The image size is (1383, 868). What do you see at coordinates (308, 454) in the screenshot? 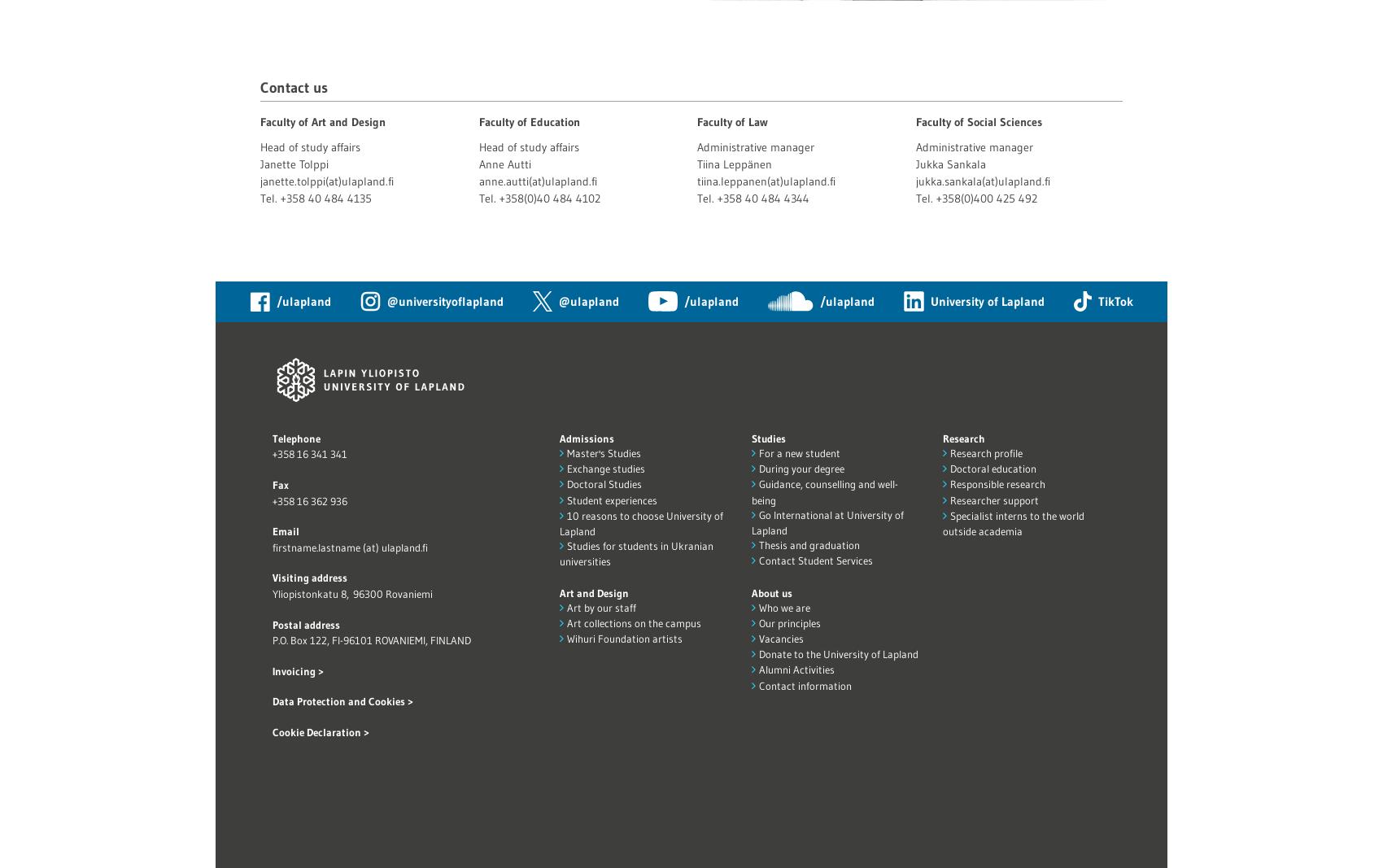
I see `'+358 16 341 341'` at bounding box center [308, 454].